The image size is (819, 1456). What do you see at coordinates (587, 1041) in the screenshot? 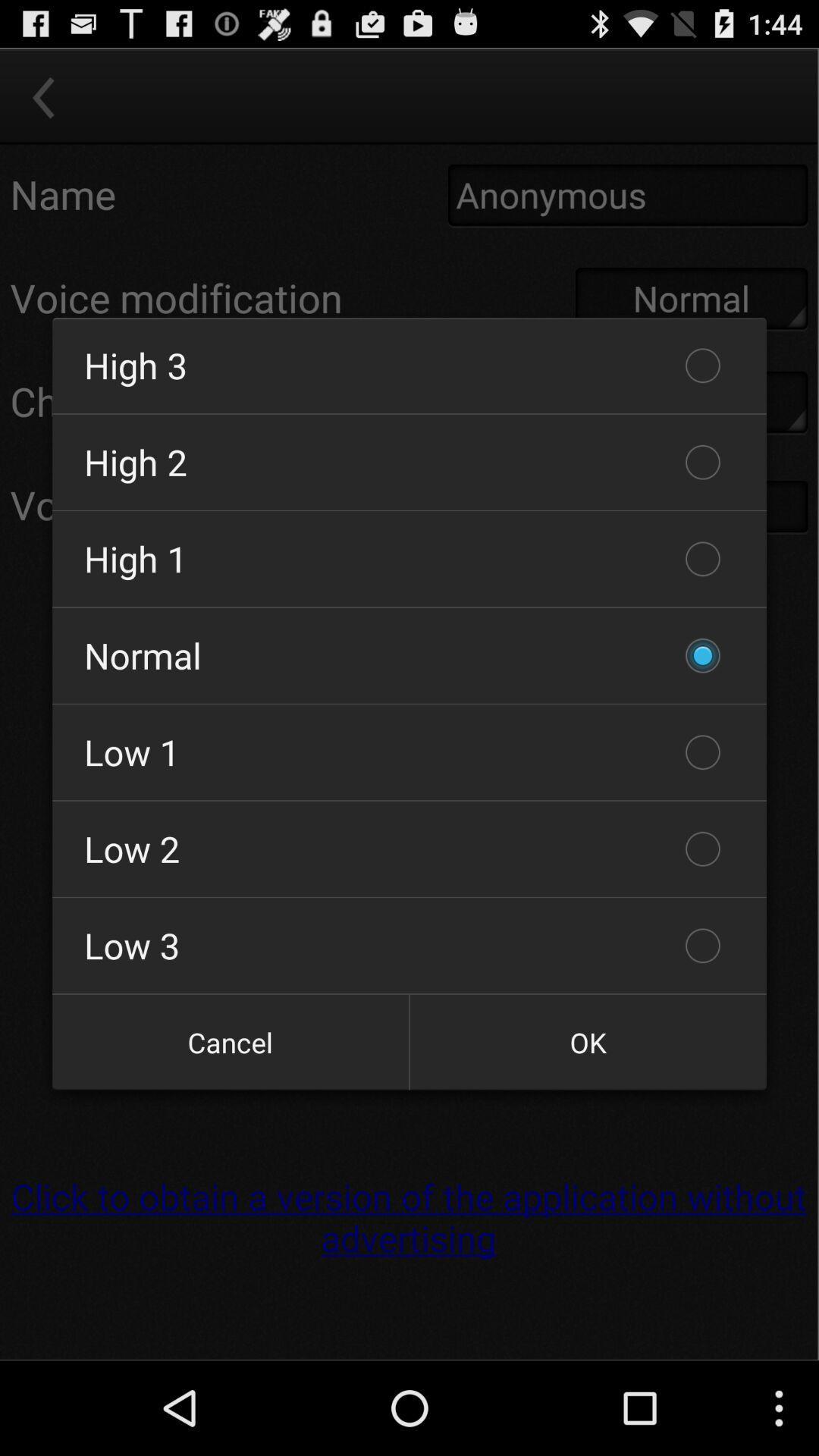
I see `icon below low 3 icon` at bounding box center [587, 1041].